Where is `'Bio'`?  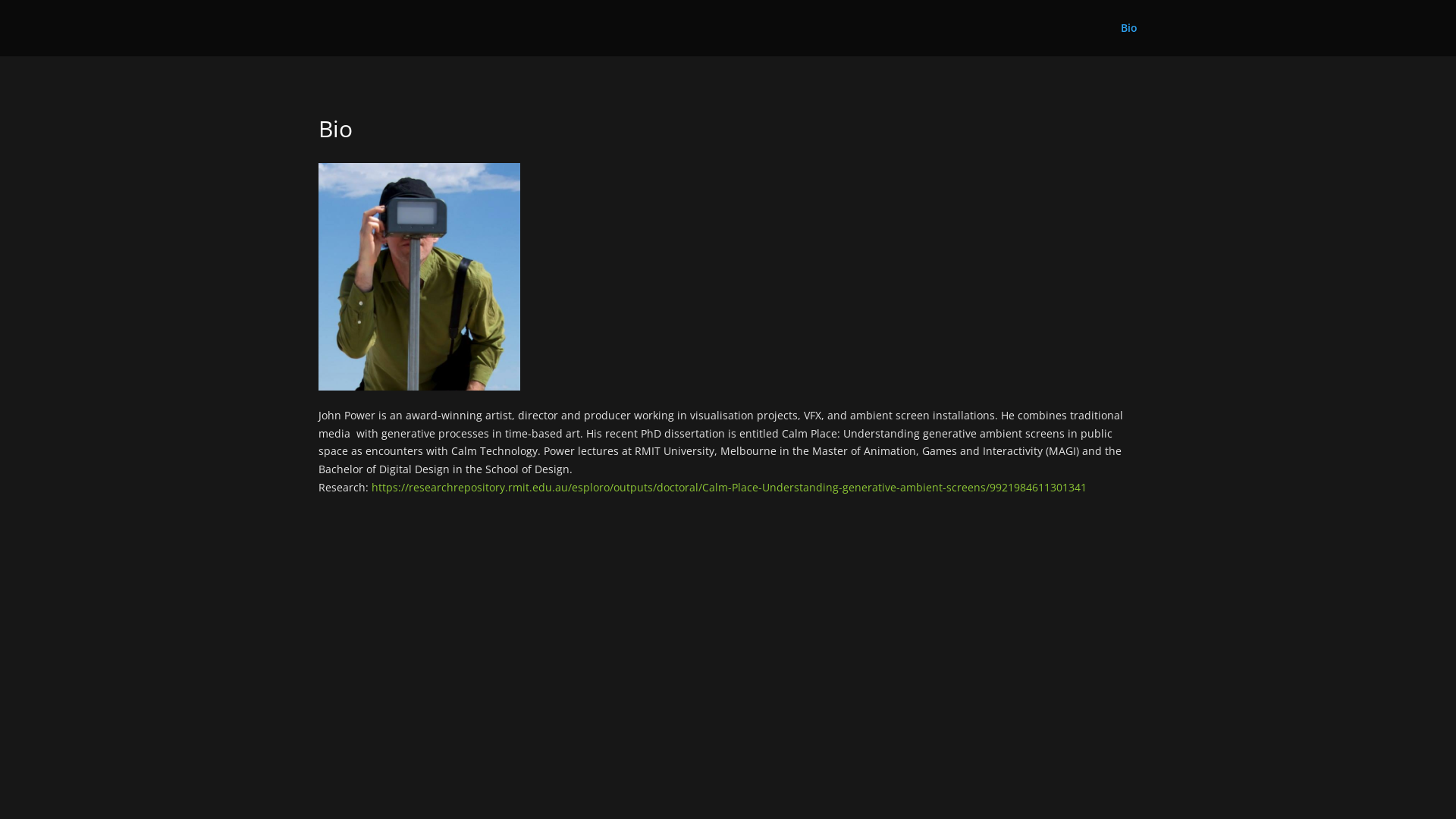 'Bio' is located at coordinates (1128, 38).